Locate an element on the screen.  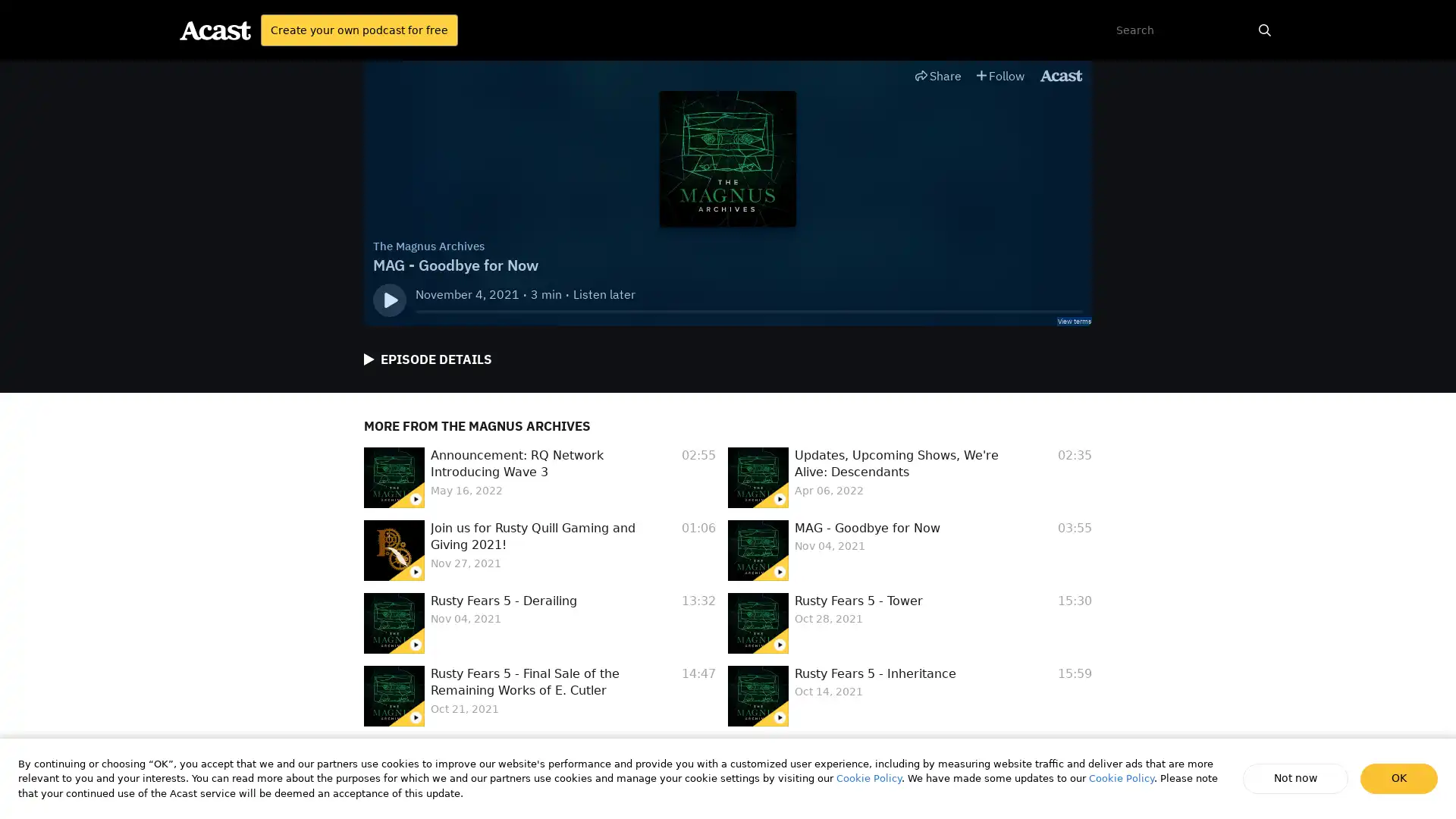
EPISODE DETAILS is located at coordinates (427, 359).